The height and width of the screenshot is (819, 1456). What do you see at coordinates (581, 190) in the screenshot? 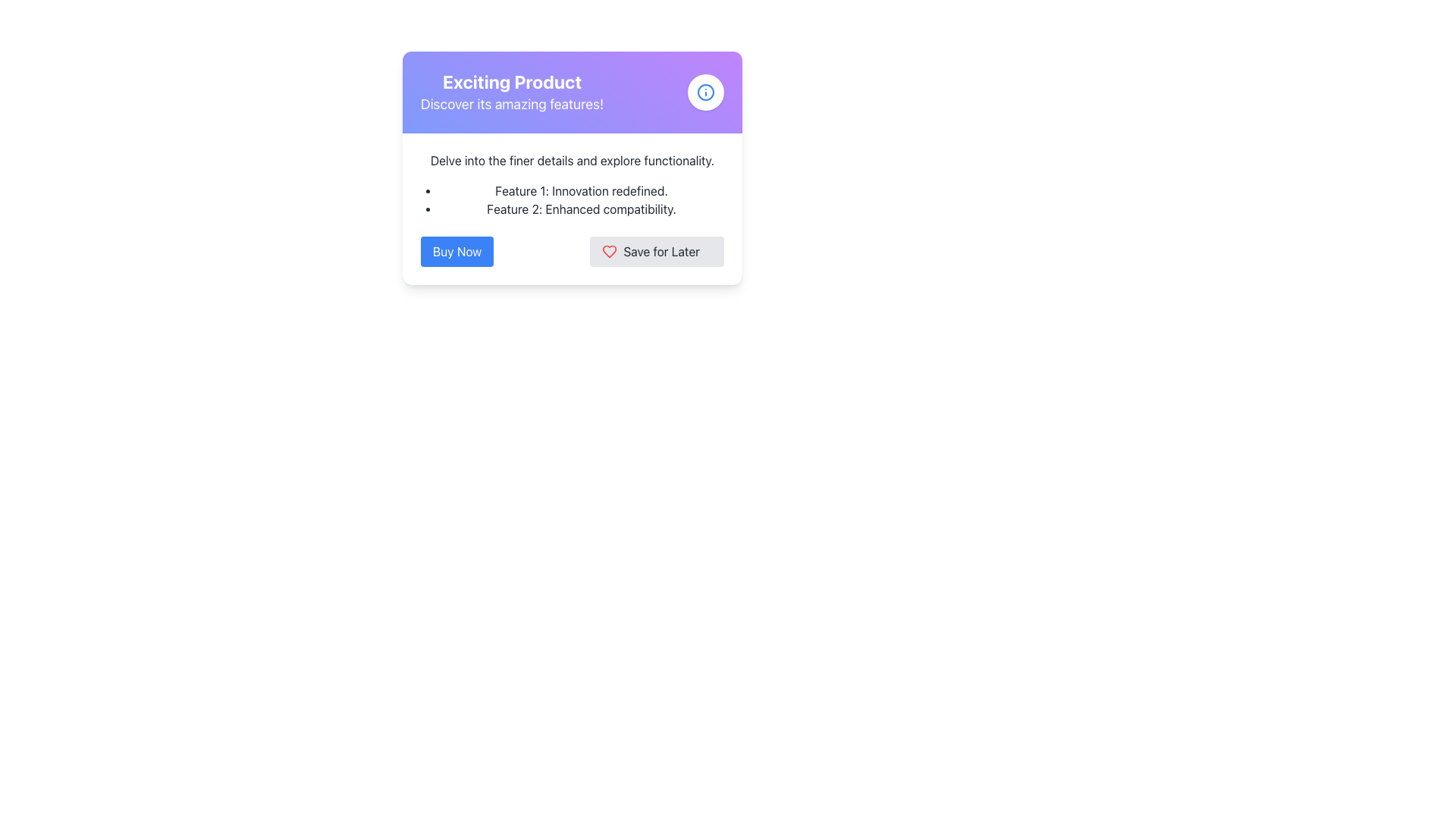
I see `the text element displaying 'Feature 1: Innovation redefined.' which is the first item in the bullet list on the interface card` at bounding box center [581, 190].